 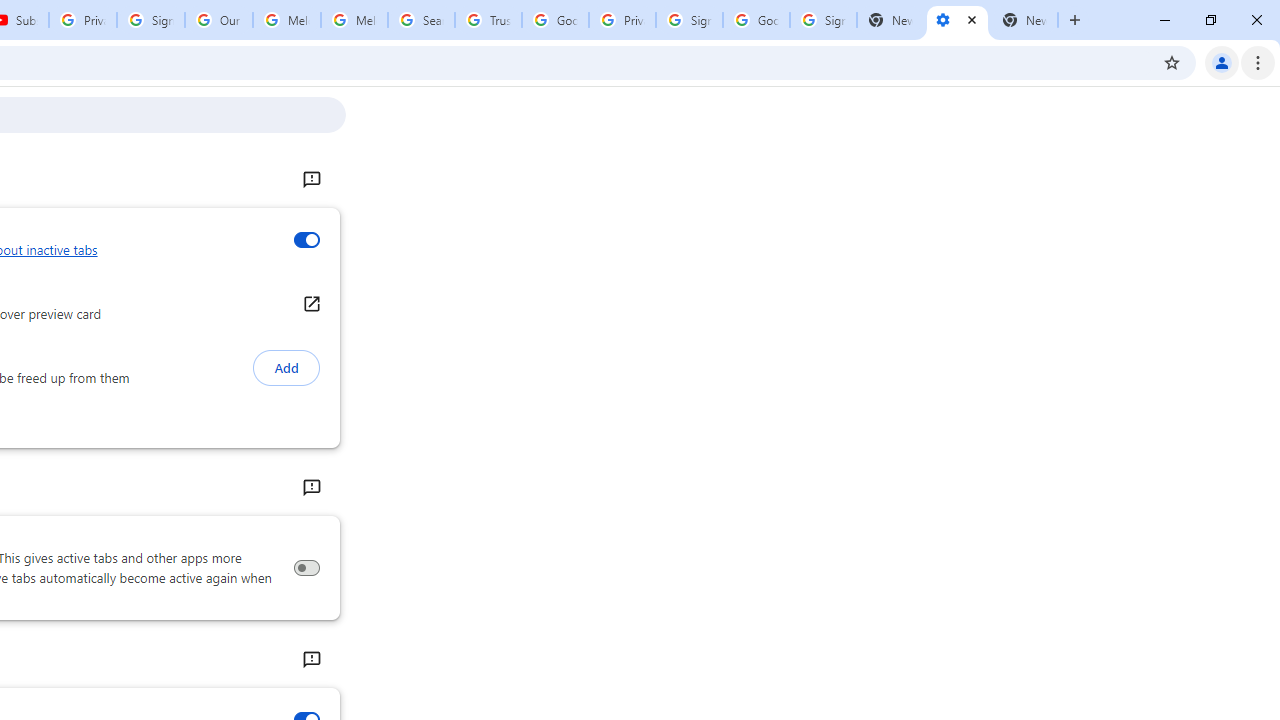 What do you see at coordinates (310, 488) in the screenshot?
I see `'Memory'` at bounding box center [310, 488].